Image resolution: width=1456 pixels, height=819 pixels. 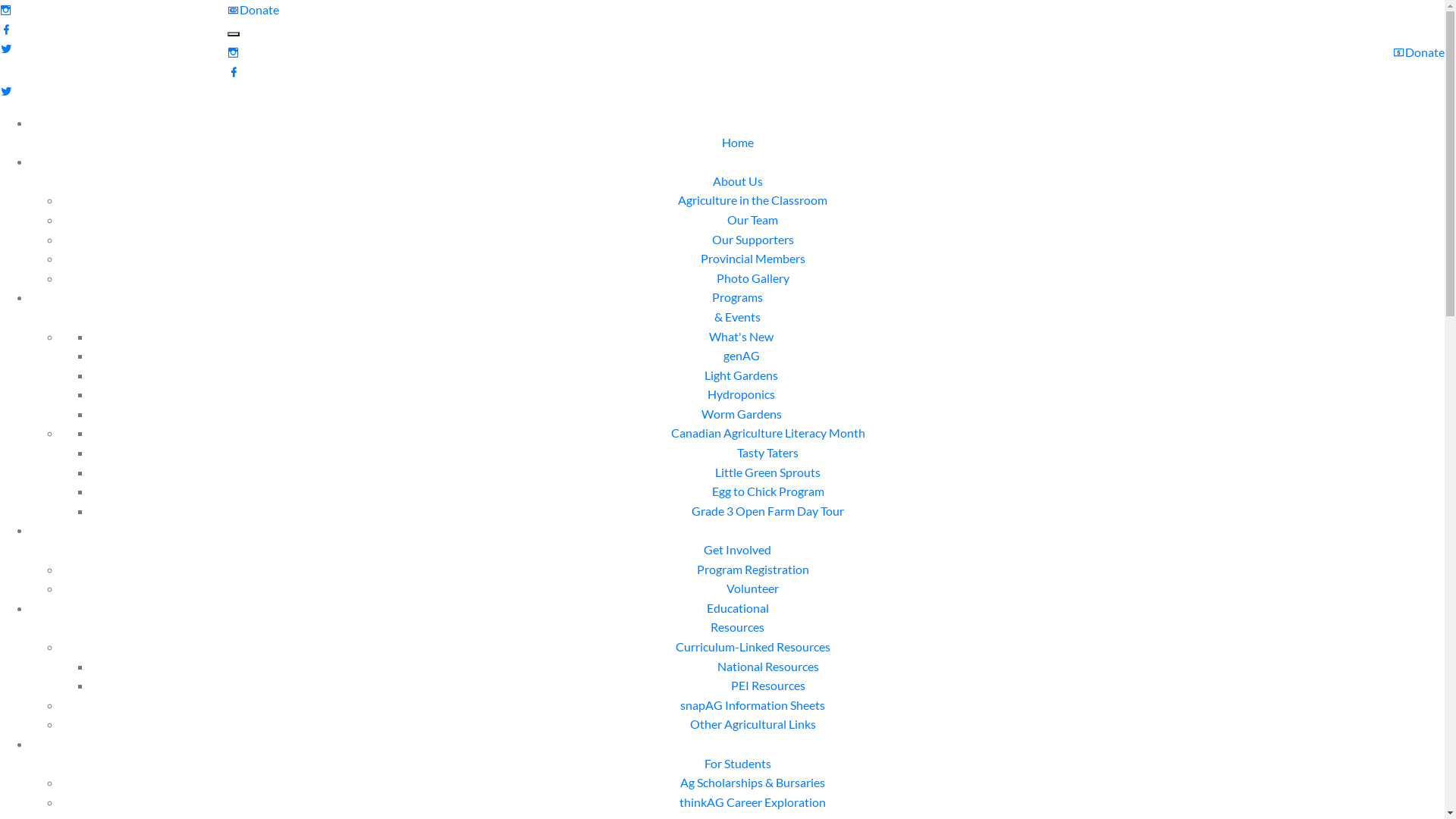 I want to click on 'Our Supporters', so click(x=752, y=239).